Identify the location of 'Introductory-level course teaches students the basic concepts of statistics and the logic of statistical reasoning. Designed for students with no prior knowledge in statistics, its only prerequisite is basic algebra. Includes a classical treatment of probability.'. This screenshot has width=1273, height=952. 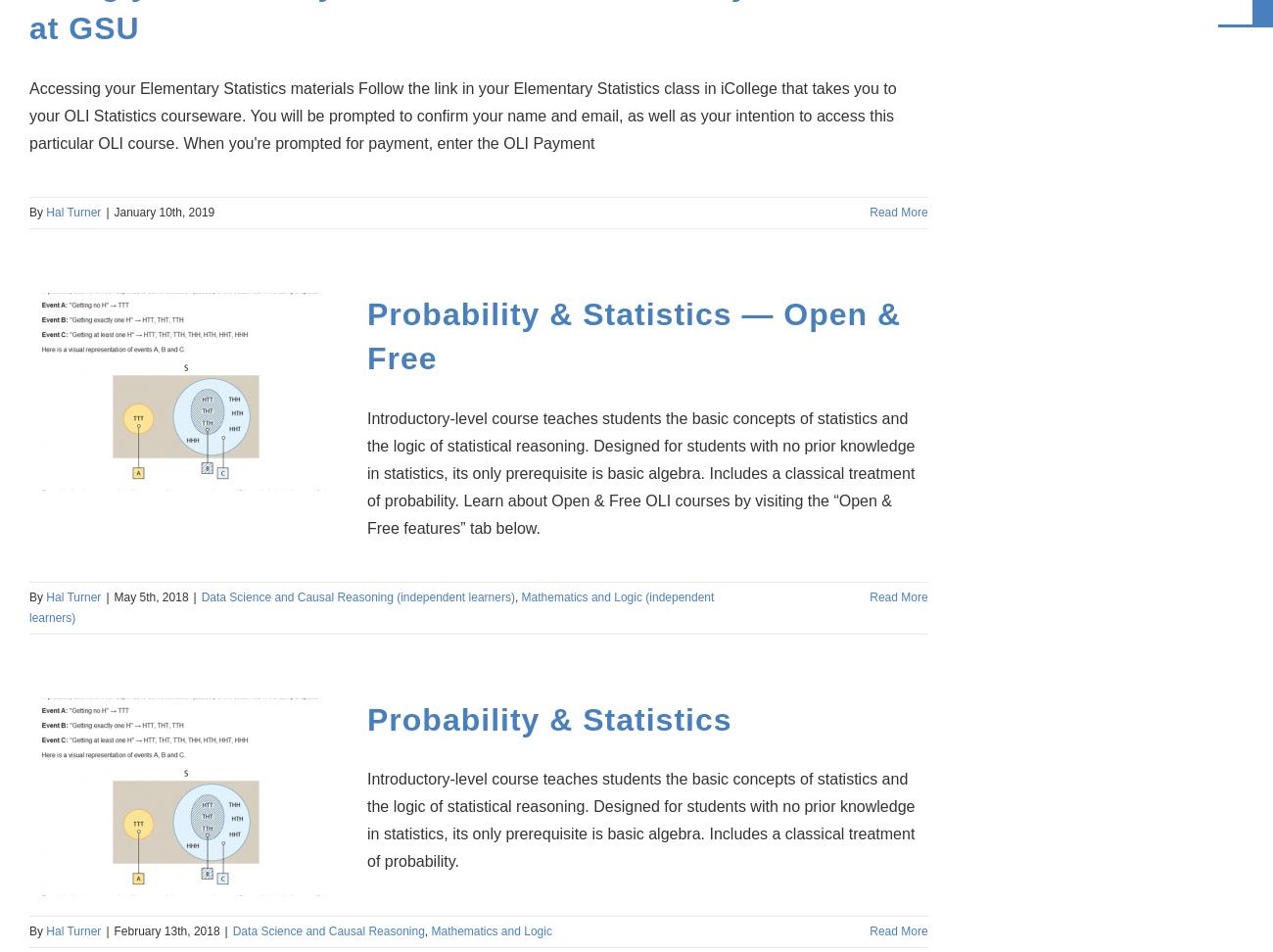
(366, 819).